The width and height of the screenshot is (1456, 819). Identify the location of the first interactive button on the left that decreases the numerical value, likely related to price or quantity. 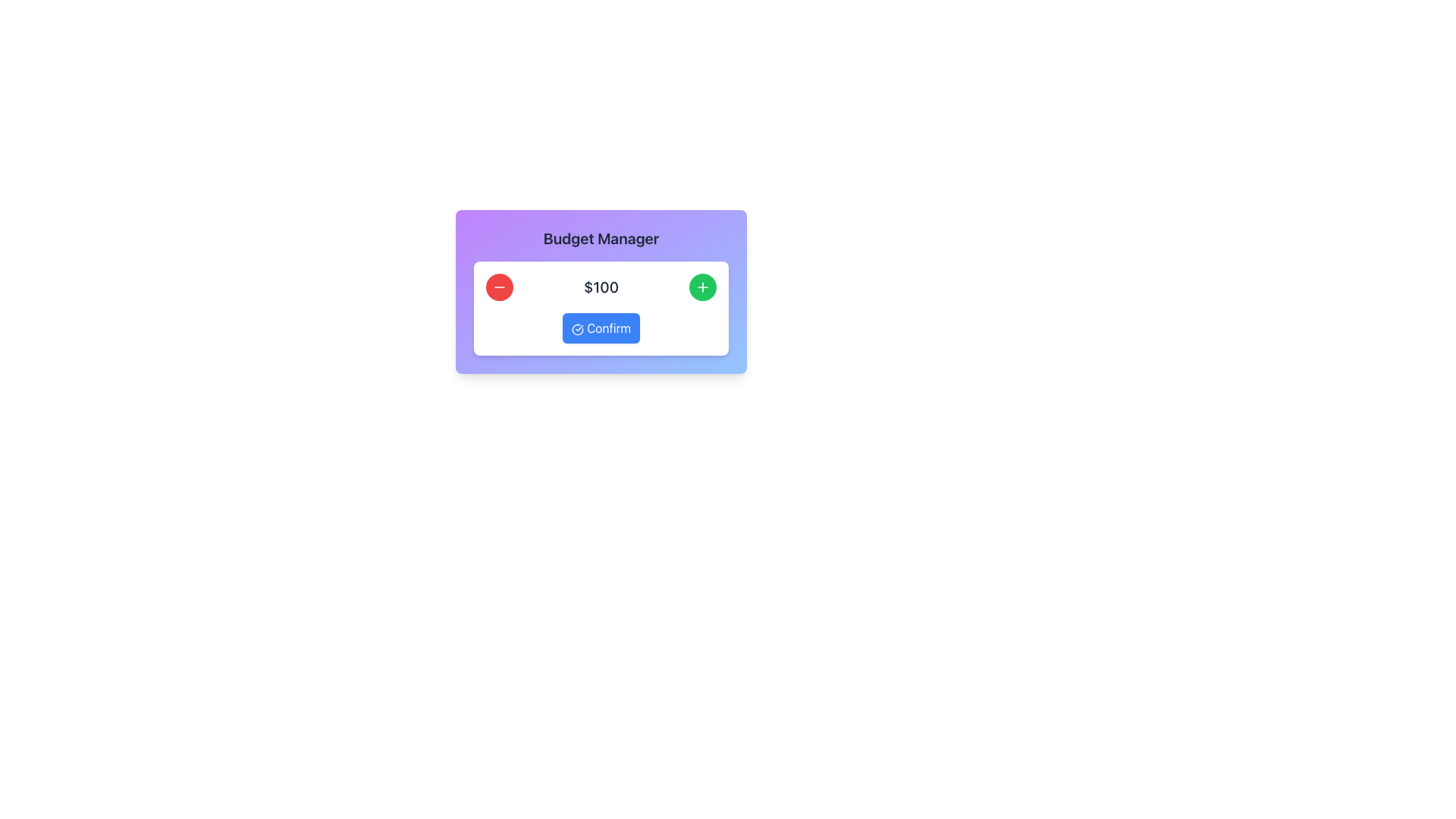
(499, 287).